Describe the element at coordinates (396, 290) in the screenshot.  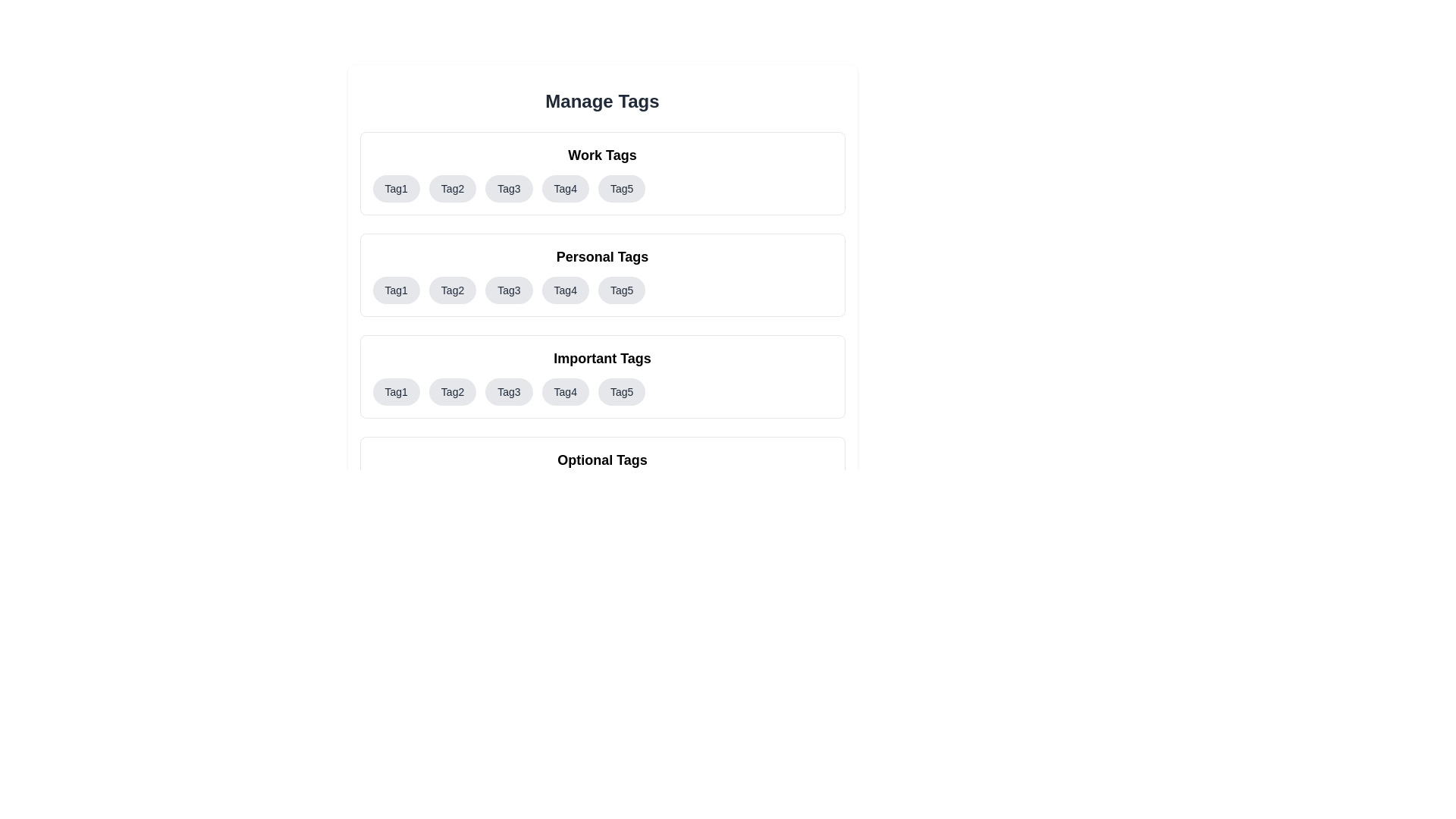
I see `the 'Tag1' button, which is a small, rounded rectangular element with a light gray background and dark gray text, located in the 'Personal Tags' section` at that location.